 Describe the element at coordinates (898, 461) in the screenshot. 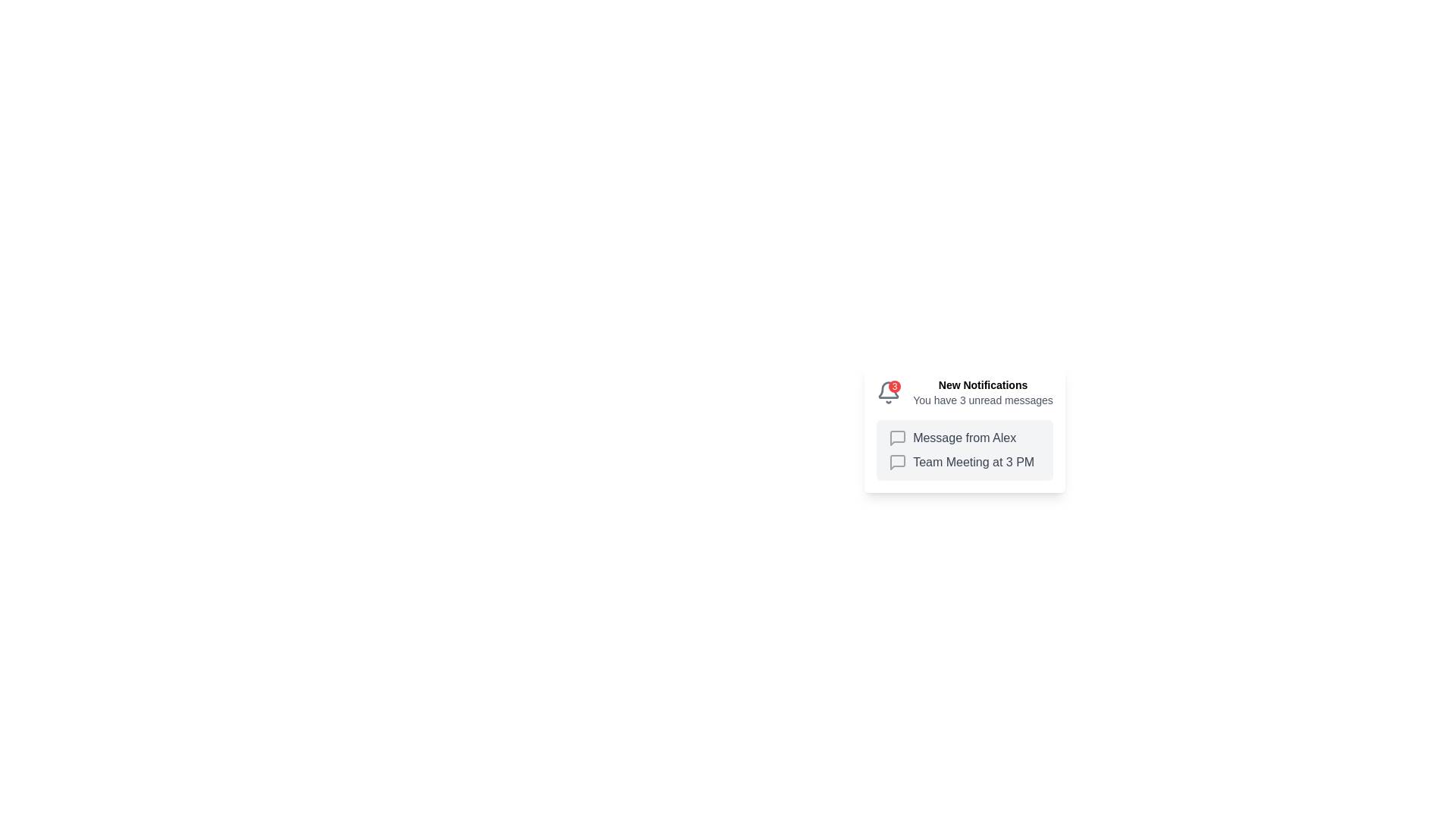

I see `the small gray-toned speech bubble icon located within the notification card for 'Team Meeting at 3 PM', positioned to the left of the meeting details text` at that location.